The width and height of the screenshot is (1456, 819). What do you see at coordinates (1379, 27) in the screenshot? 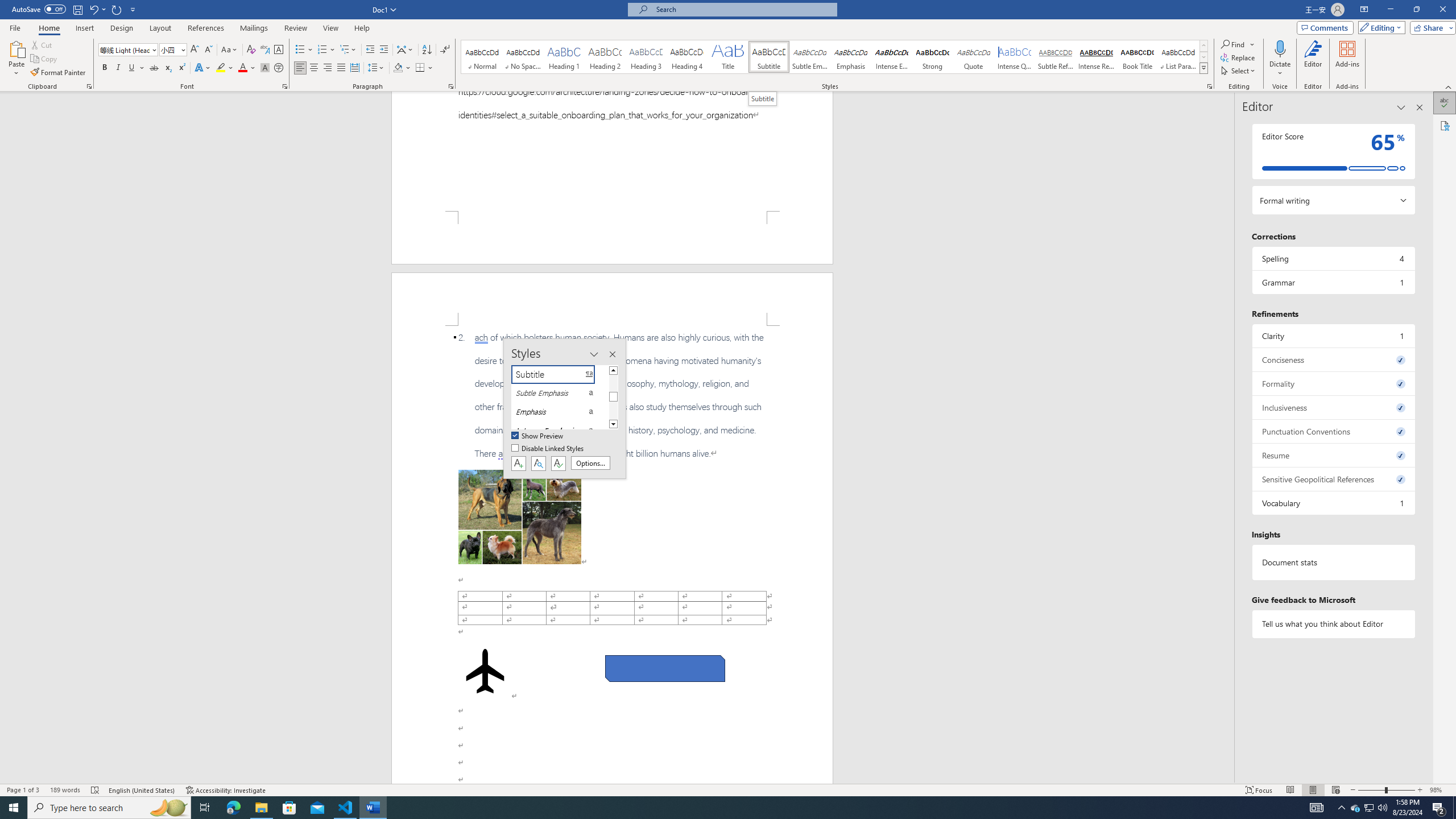
I see `'Editing'` at bounding box center [1379, 27].